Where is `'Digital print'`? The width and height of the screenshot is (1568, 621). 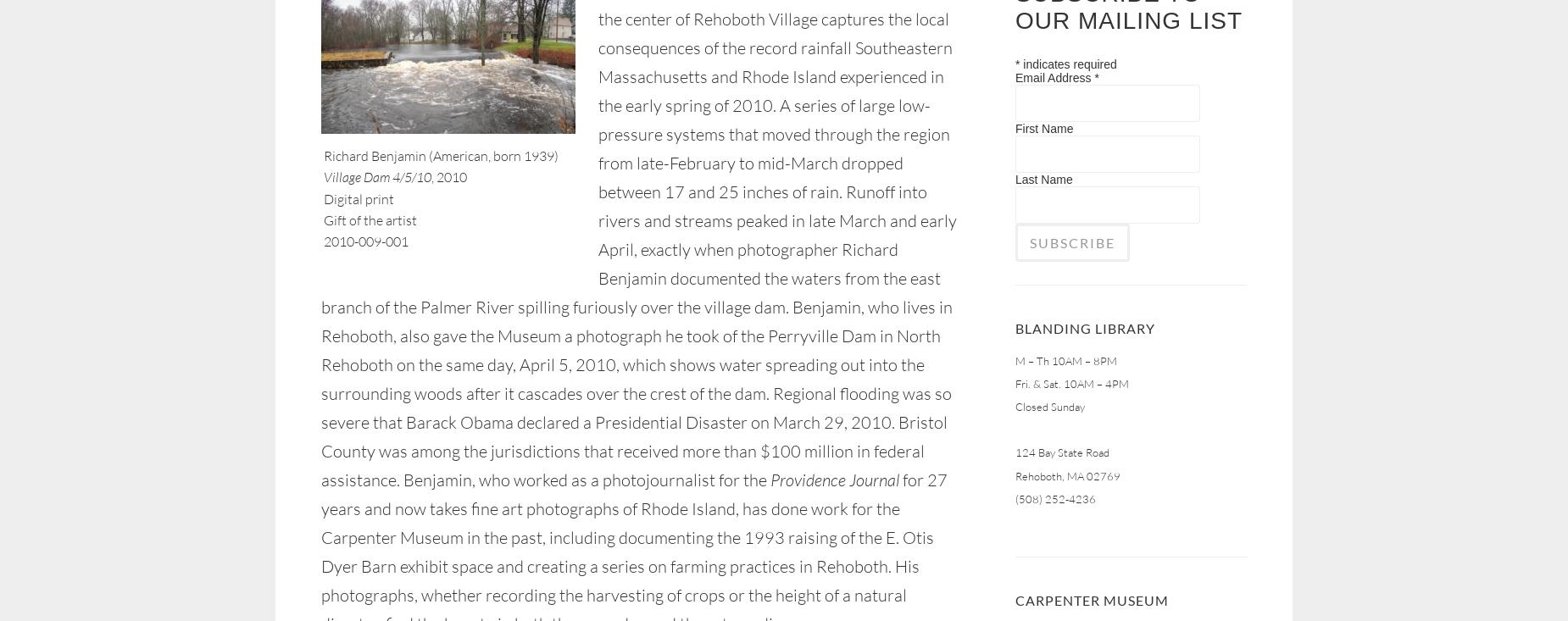 'Digital print' is located at coordinates (358, 197).